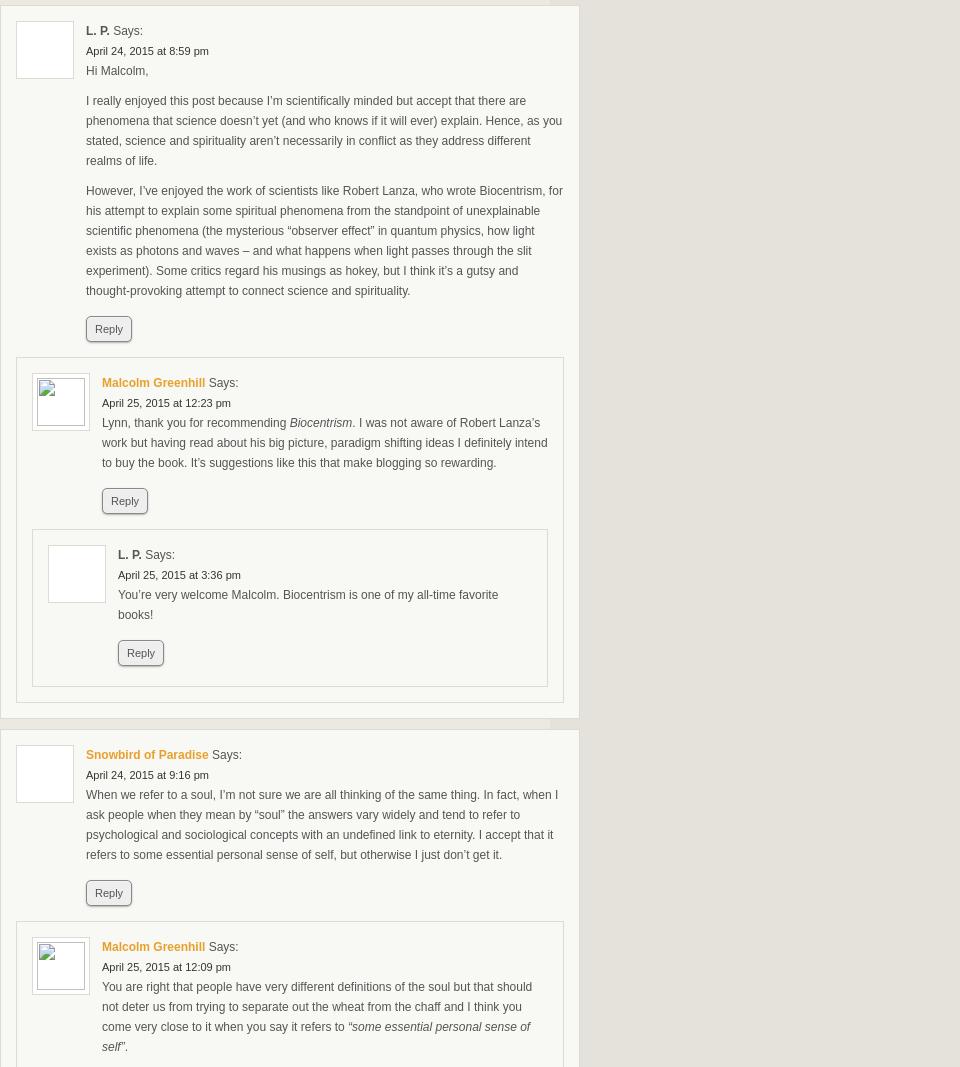  What do you see at coordinates (165, 402) in the screenshot?
I see `'April 25, 2015 at 12:23 pm'` at bounding box center [165, 402].